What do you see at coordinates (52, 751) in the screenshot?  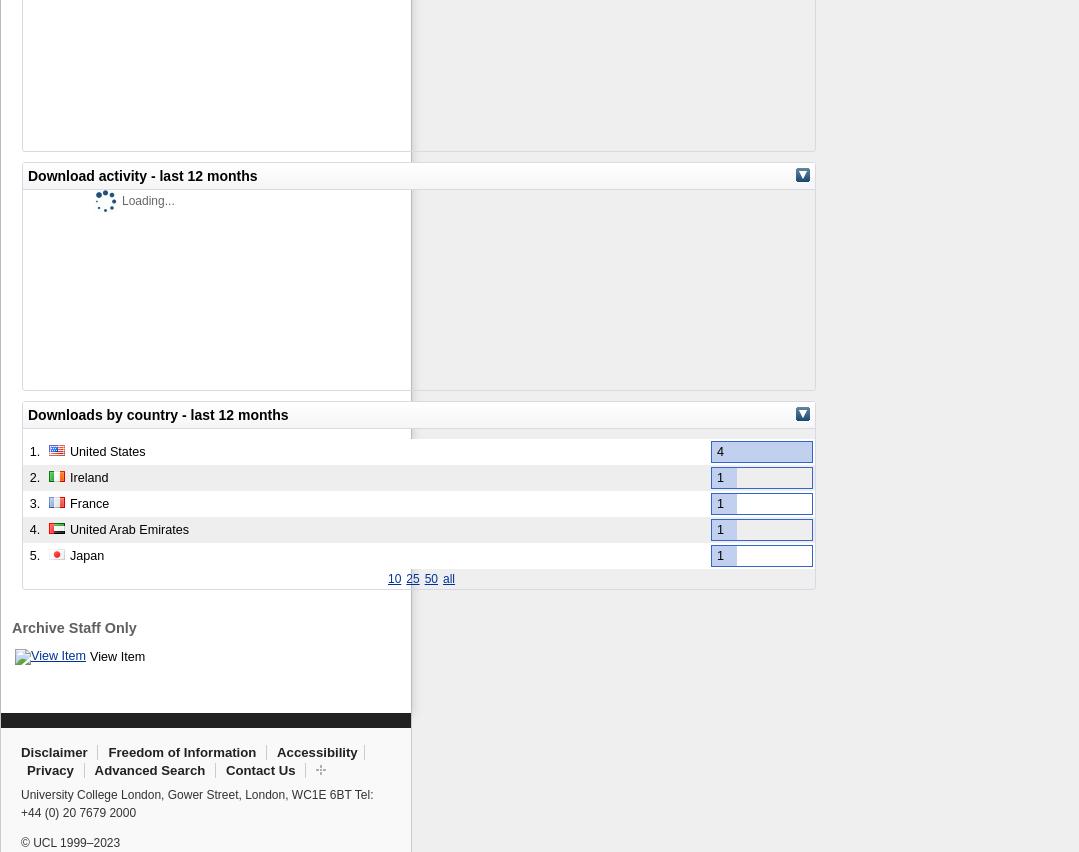 I see `'Disclaimer'` at bounding box center [52, 751].